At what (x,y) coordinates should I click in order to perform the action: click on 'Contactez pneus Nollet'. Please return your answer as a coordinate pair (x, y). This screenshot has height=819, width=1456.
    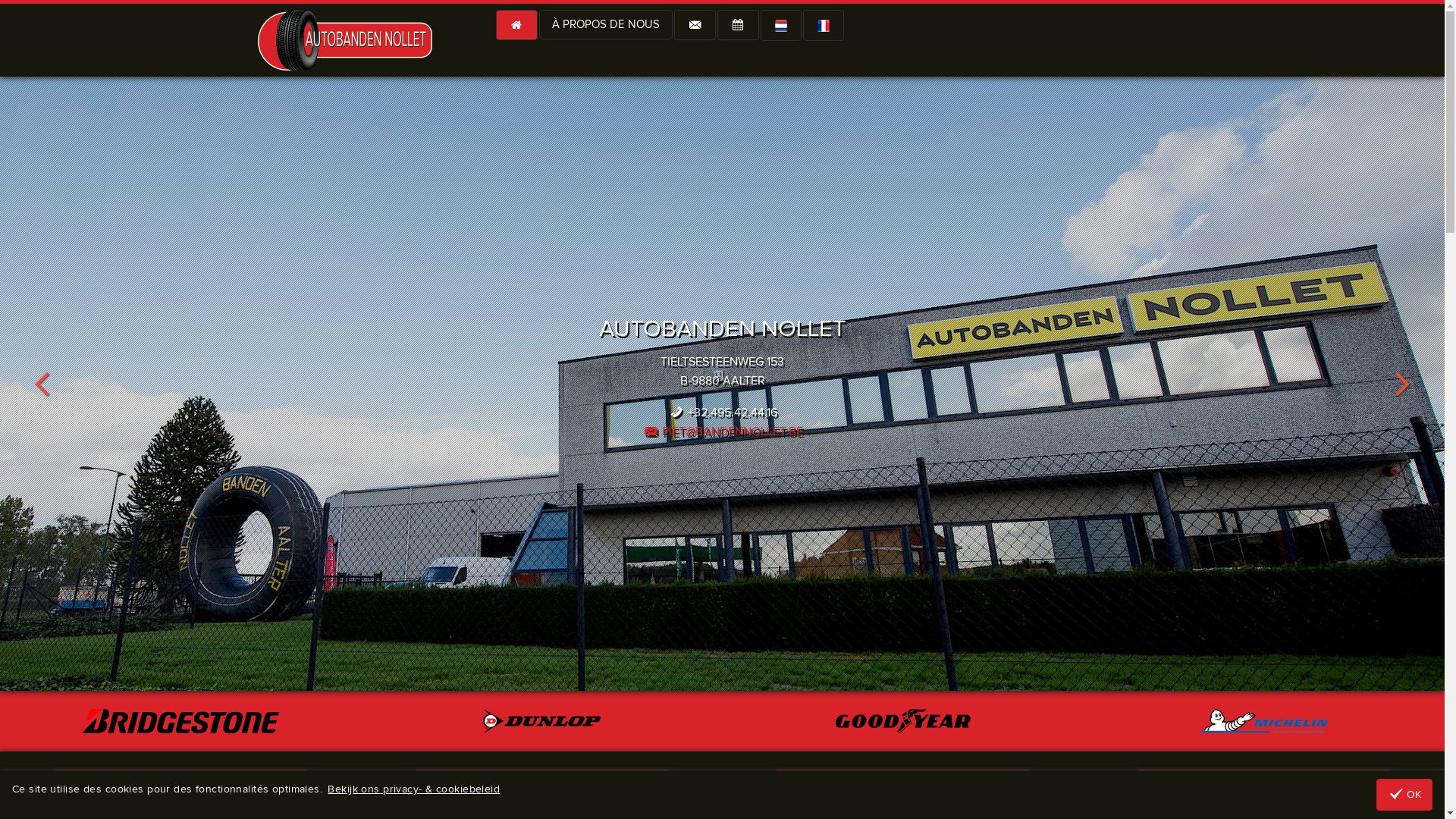
    Looking at the image, I should click on (693, 25).